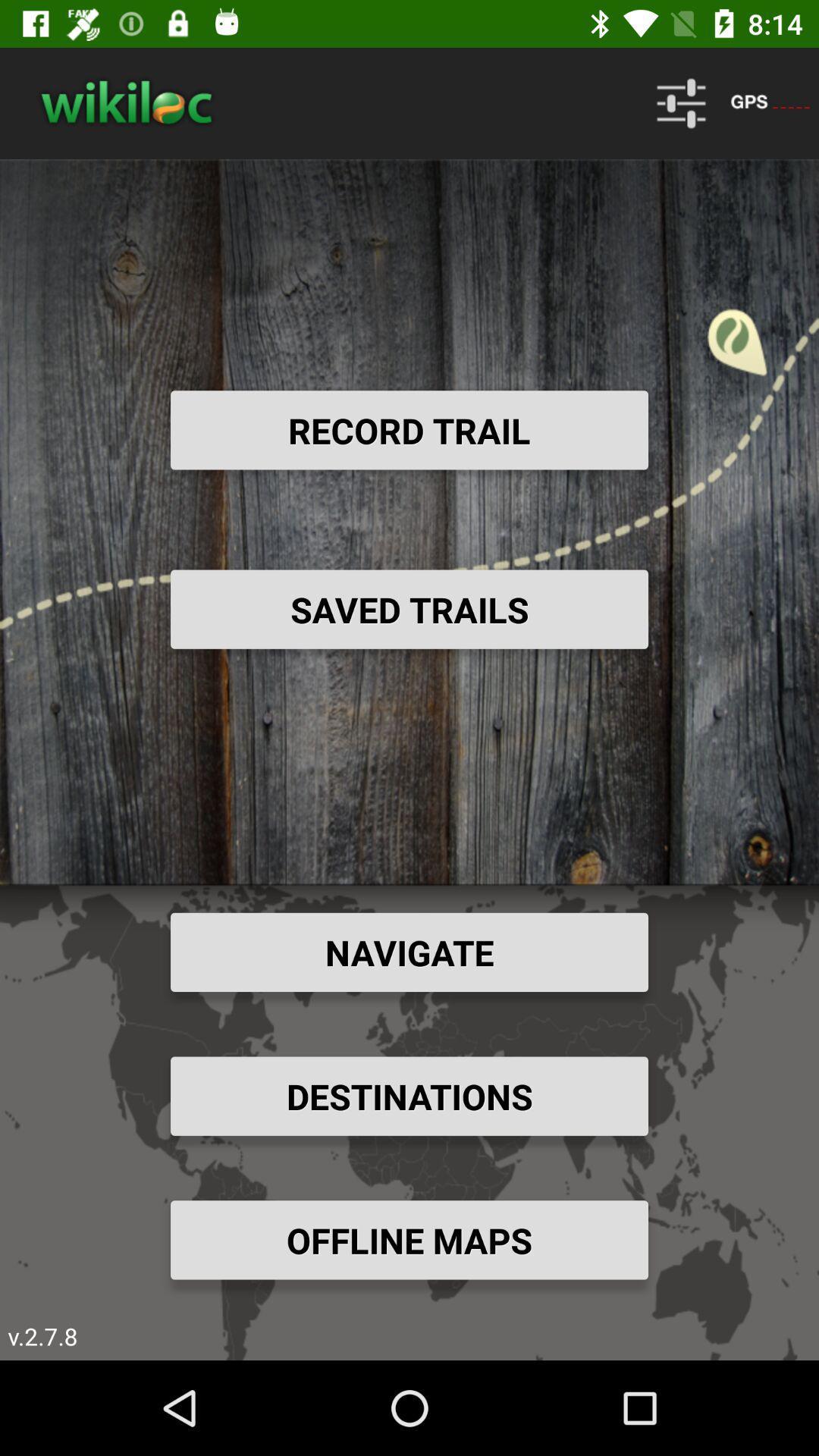 The width and height of the screenshot is (819, 1456). I want to click on item below the navigate, so click(409, 1096).